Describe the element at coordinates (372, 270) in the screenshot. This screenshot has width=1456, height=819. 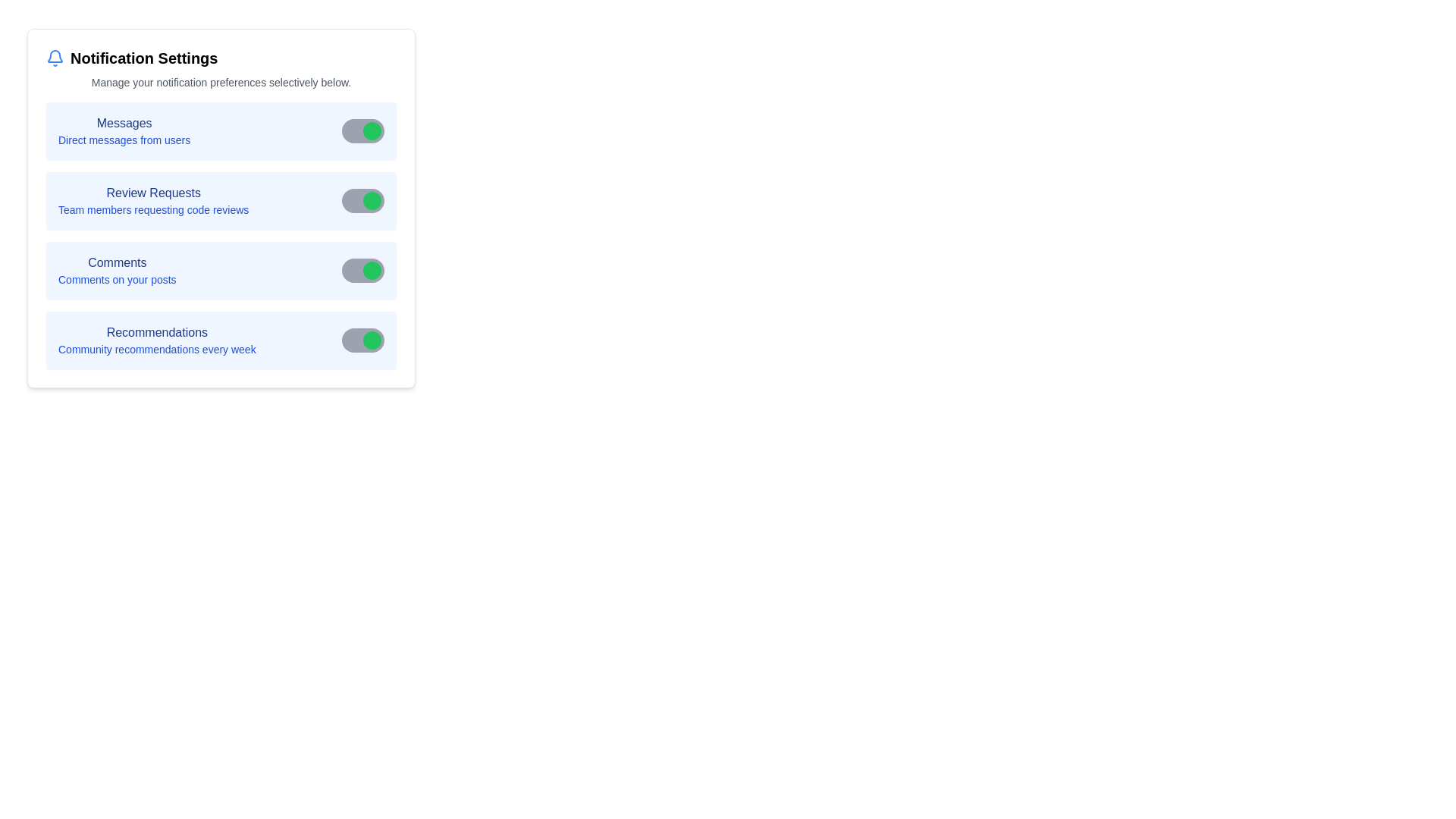
I see `the active toggle switch indicator, which is a small circular component with a green background and white border, located within the third toggle switch under the 'Comments' preference section in the Notification Settings interface` at that location.